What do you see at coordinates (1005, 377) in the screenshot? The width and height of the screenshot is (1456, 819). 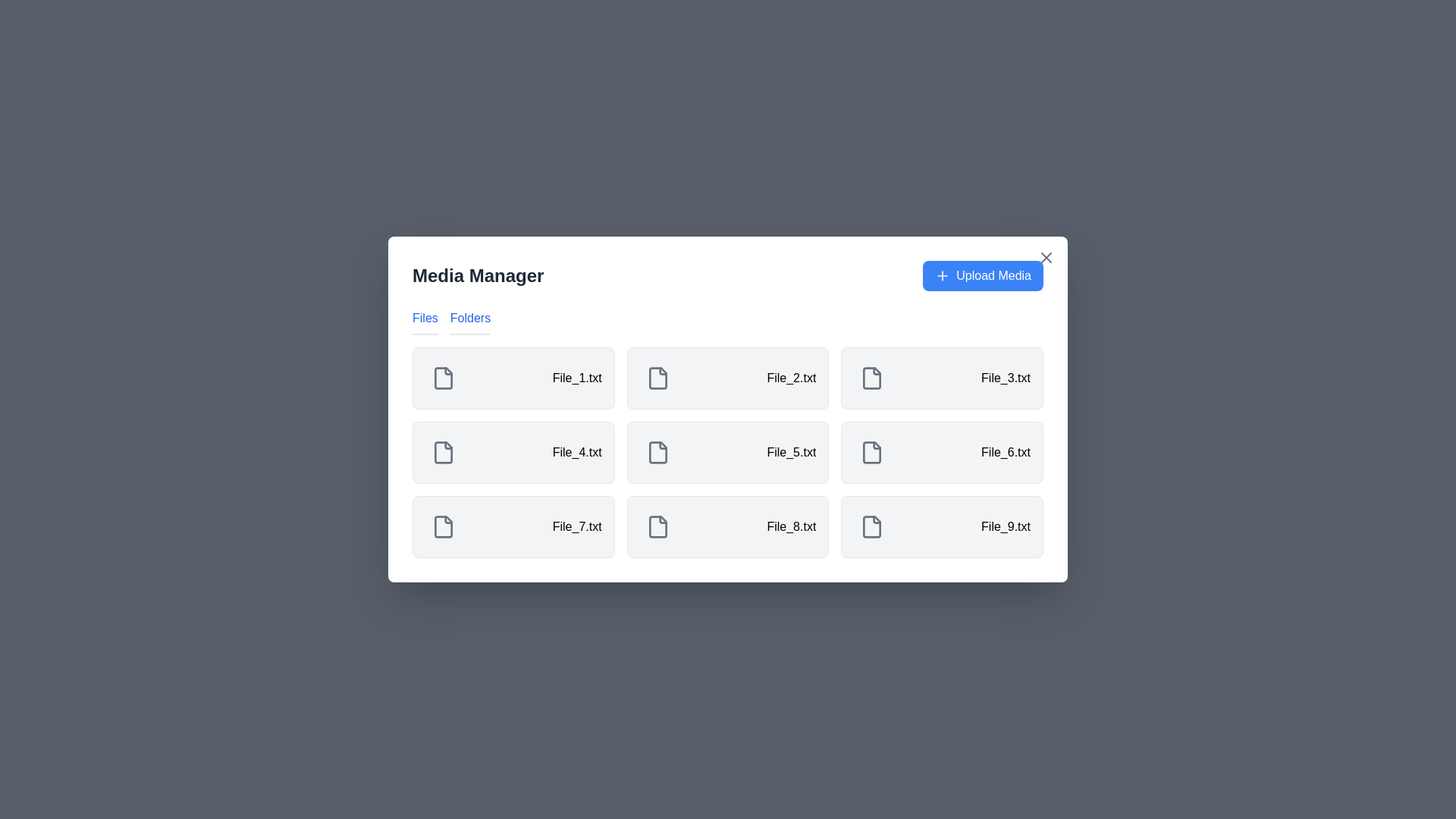 I see `the text label displaying 'File_3.txt' to rename the file` at bounding box center [1005, 377].